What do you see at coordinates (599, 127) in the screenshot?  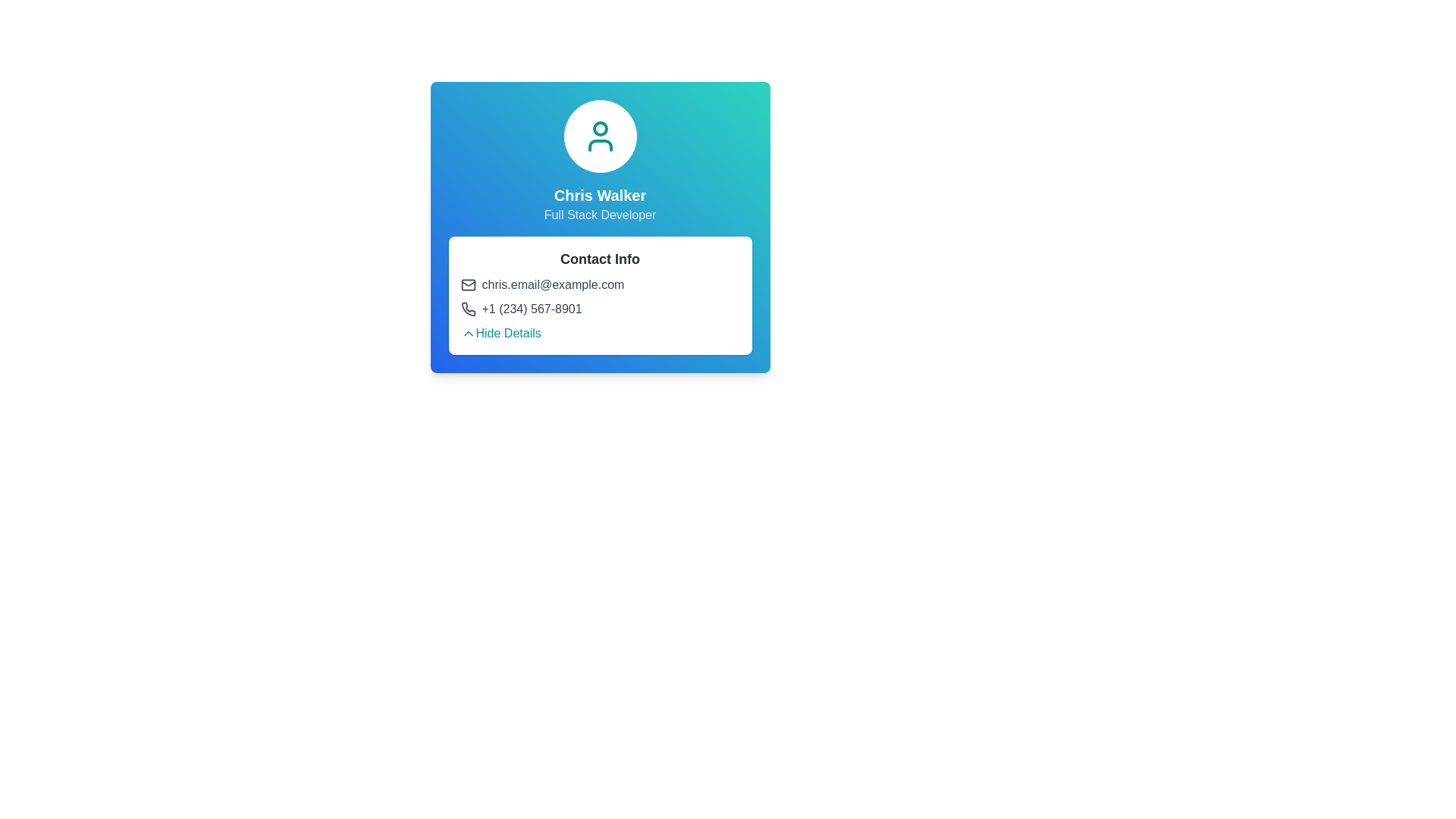 I see `the light teal circular element within the user's profile icon, located above the name 'Chris Walker'` at bounding box center [599, 127].